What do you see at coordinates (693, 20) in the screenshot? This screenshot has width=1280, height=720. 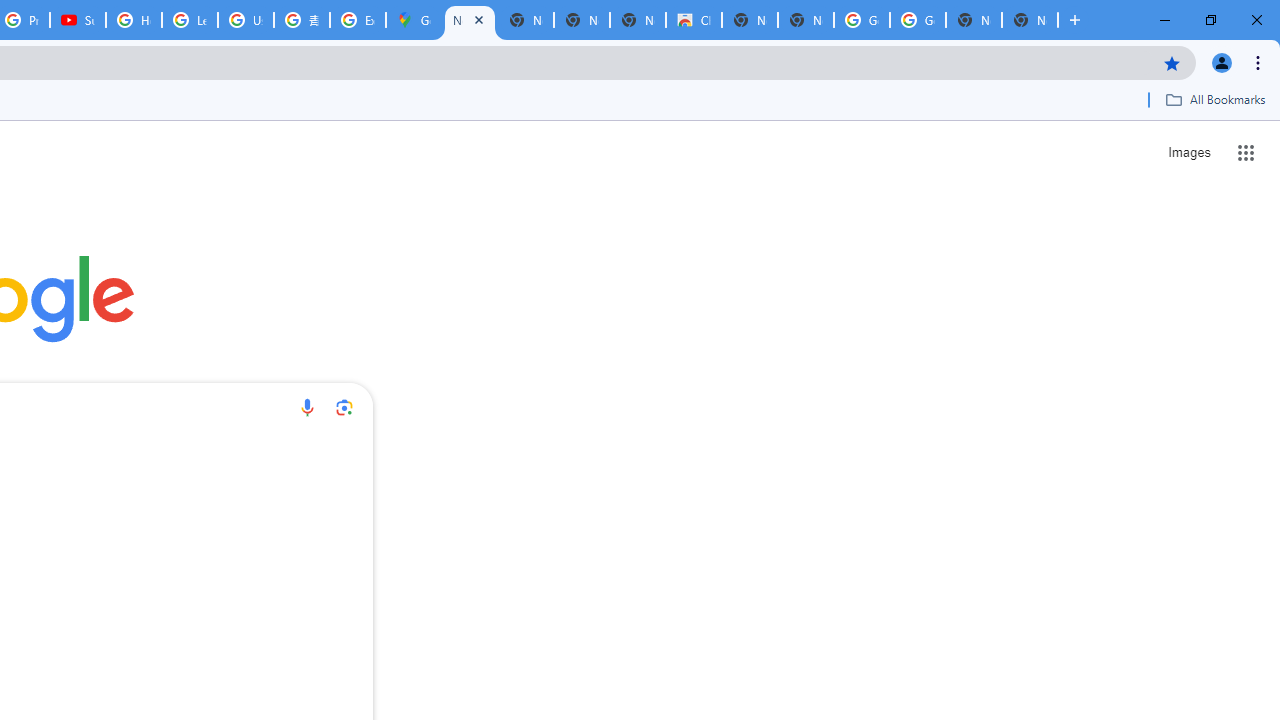 I see `'Chrome Web Store'` at bounding box center [693, 20].